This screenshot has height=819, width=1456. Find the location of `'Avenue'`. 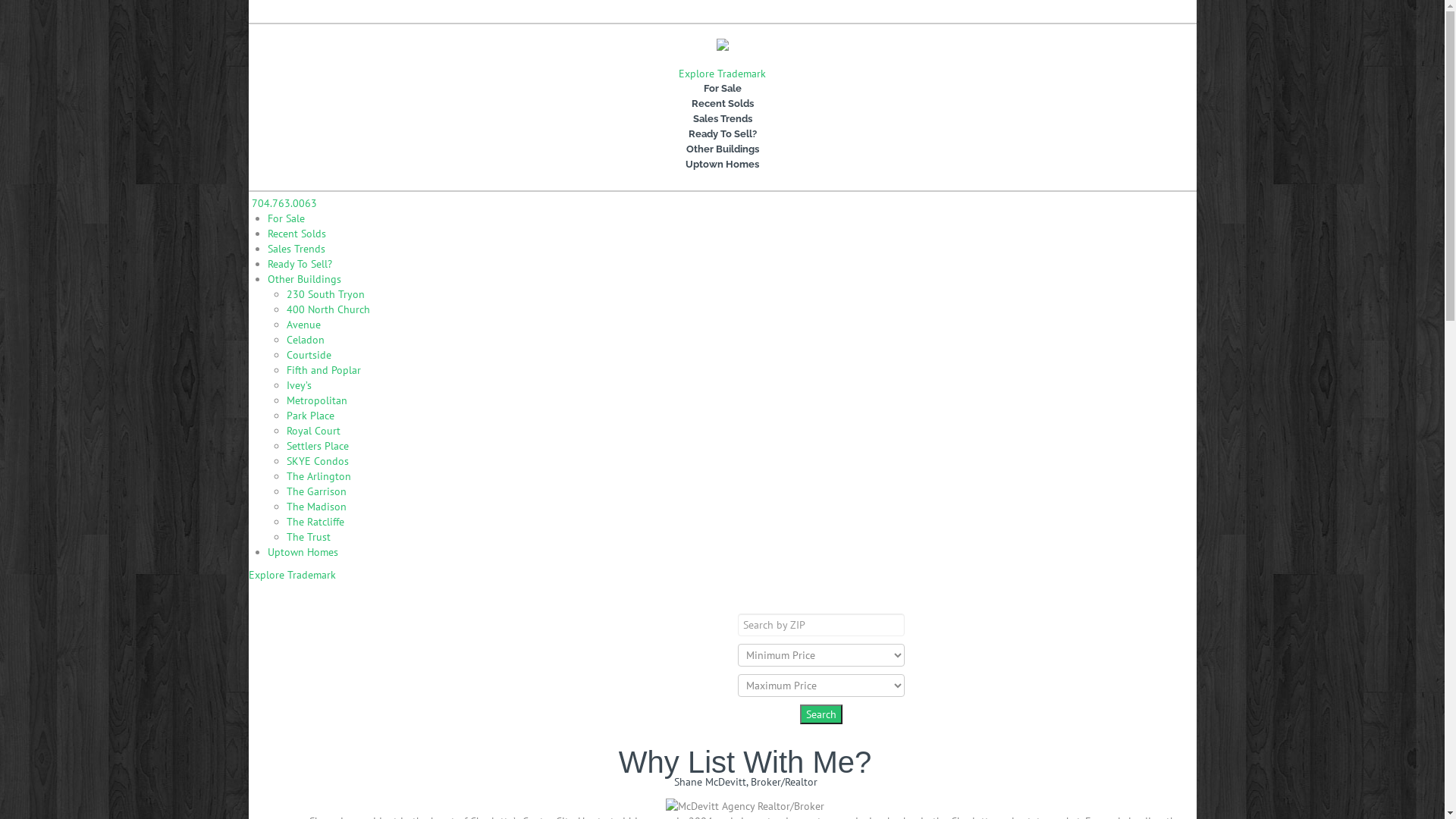

'Avenue' is located at coordinates (303, 324).